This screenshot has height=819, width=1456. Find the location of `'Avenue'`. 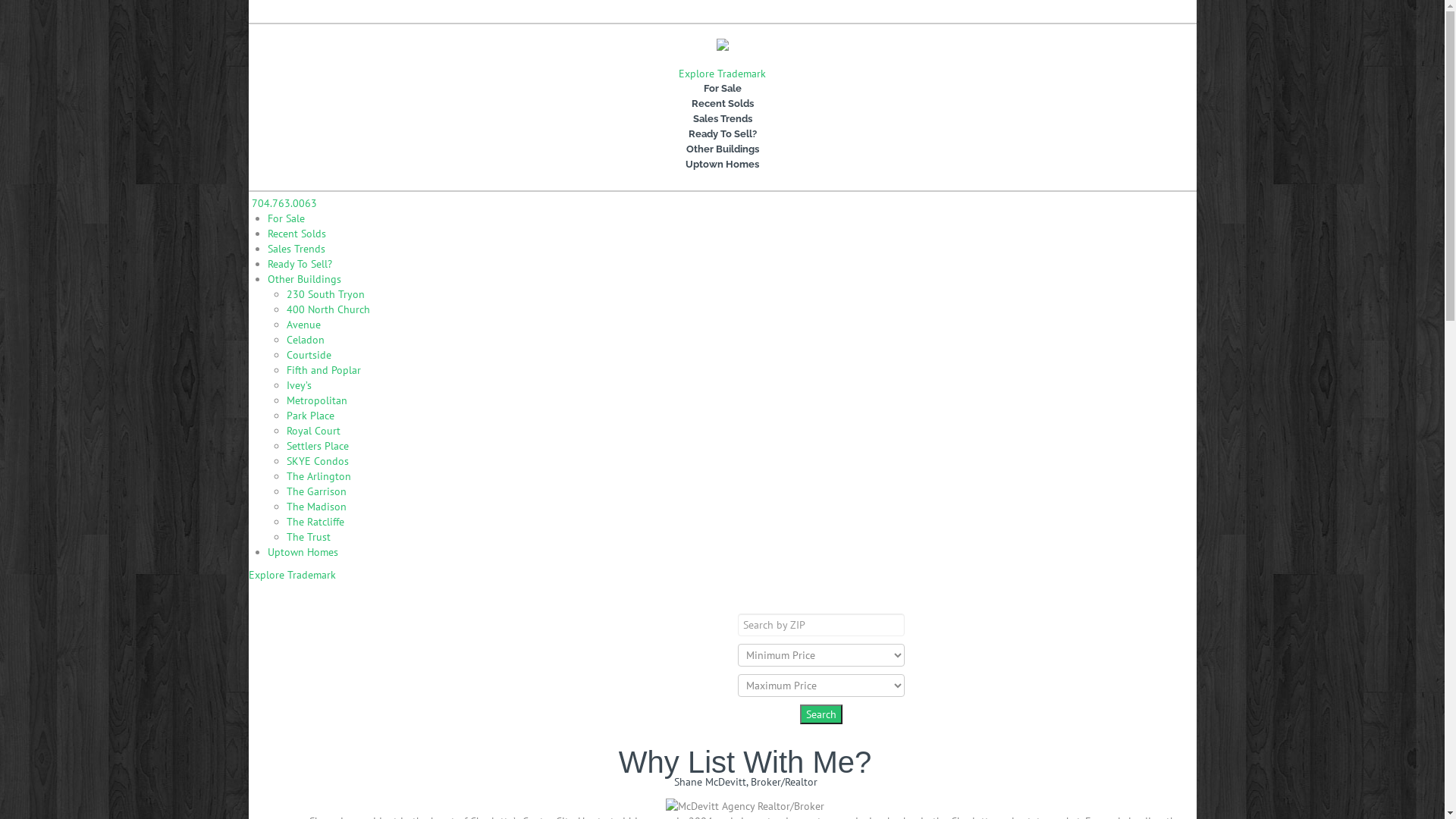

'Avenue' is located at coordinates (303, 324).